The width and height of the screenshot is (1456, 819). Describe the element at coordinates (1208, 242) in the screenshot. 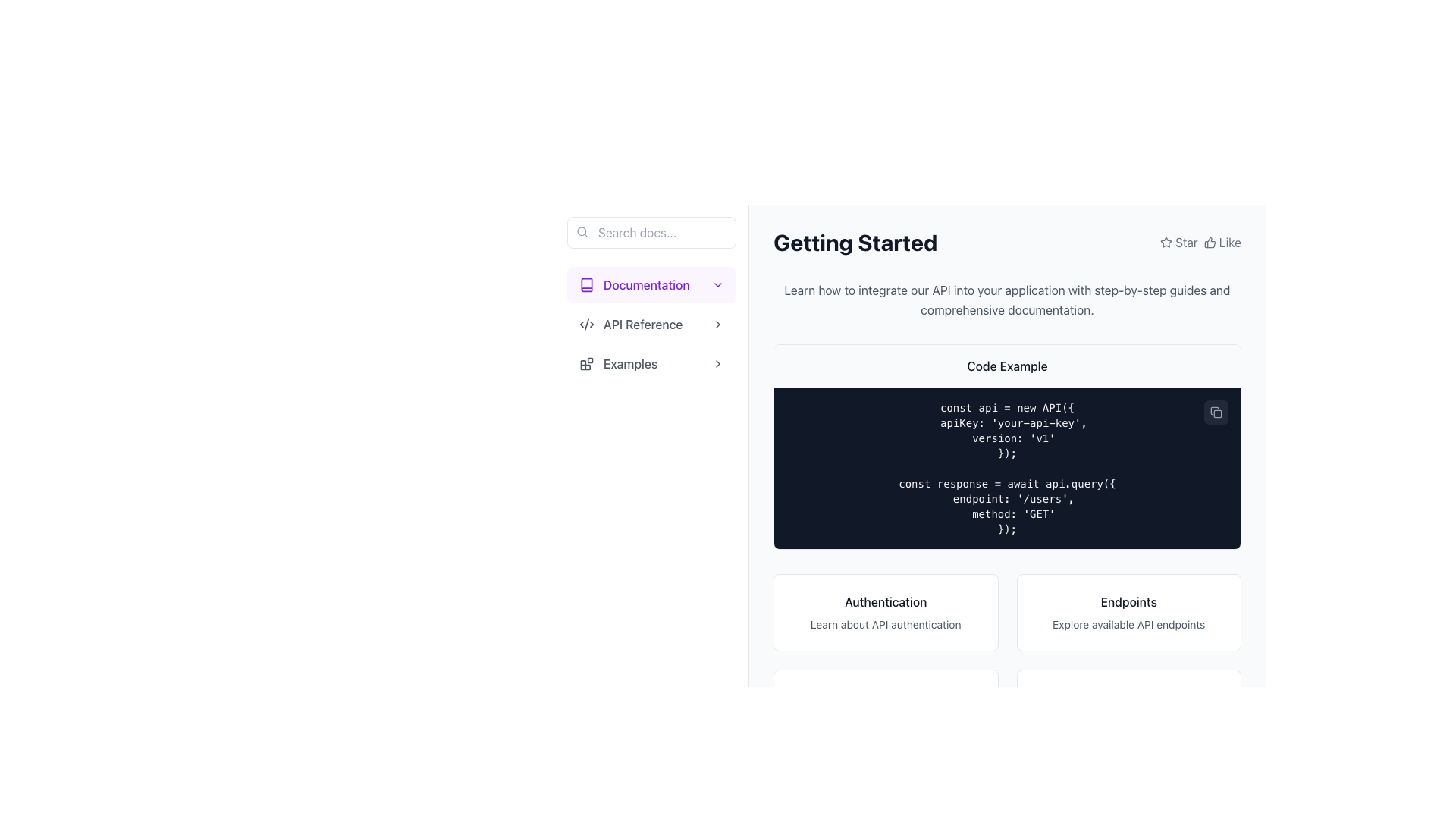

I see `the thumbs-up icon, which is styled as an outlined vector graphic and located to the right of the 'Star' label in the upper-right corner of the interface` at that location.